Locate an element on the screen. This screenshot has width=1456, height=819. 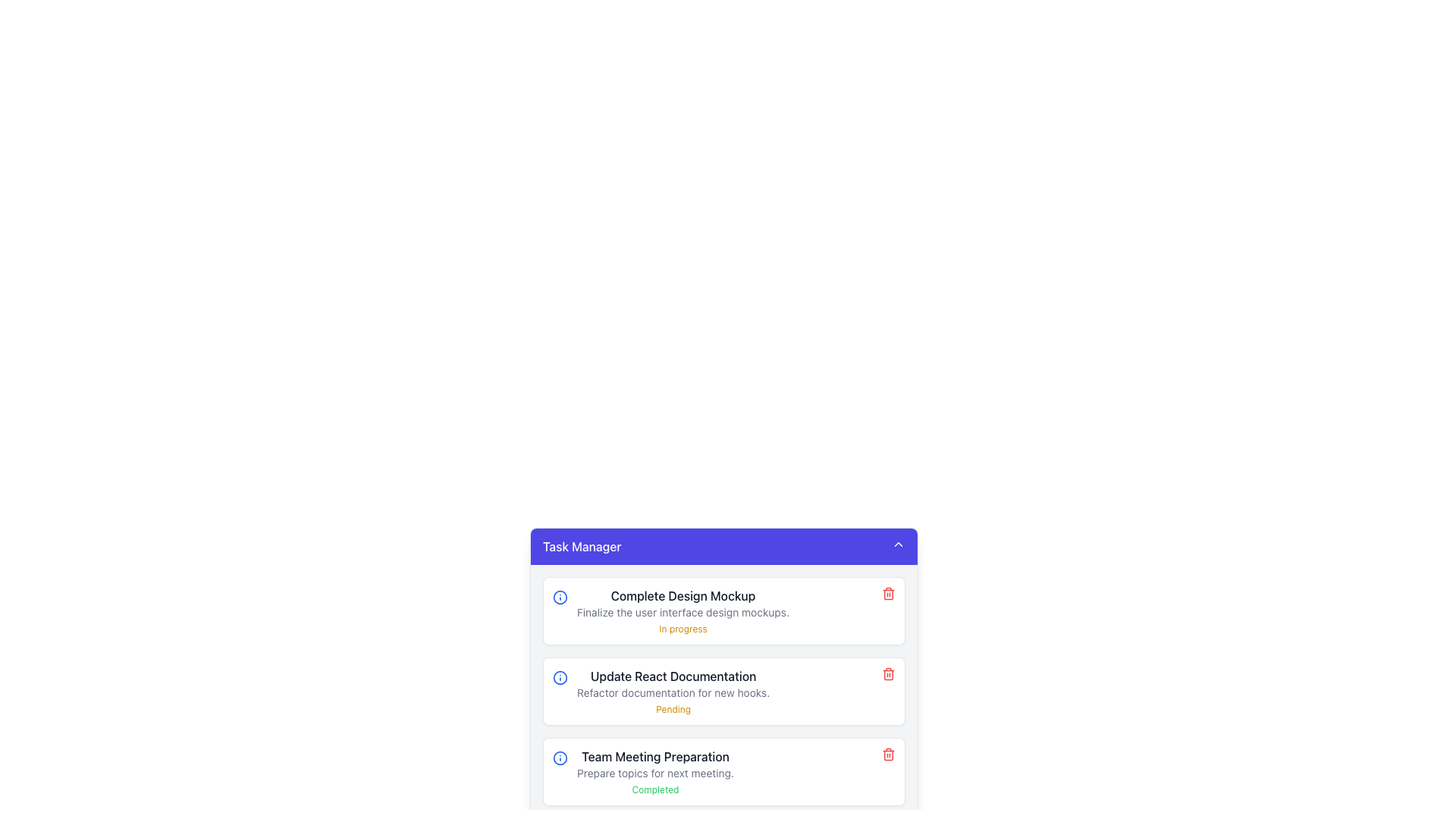
the first task entry in the Task Manager is located at coordinates (682, 610).